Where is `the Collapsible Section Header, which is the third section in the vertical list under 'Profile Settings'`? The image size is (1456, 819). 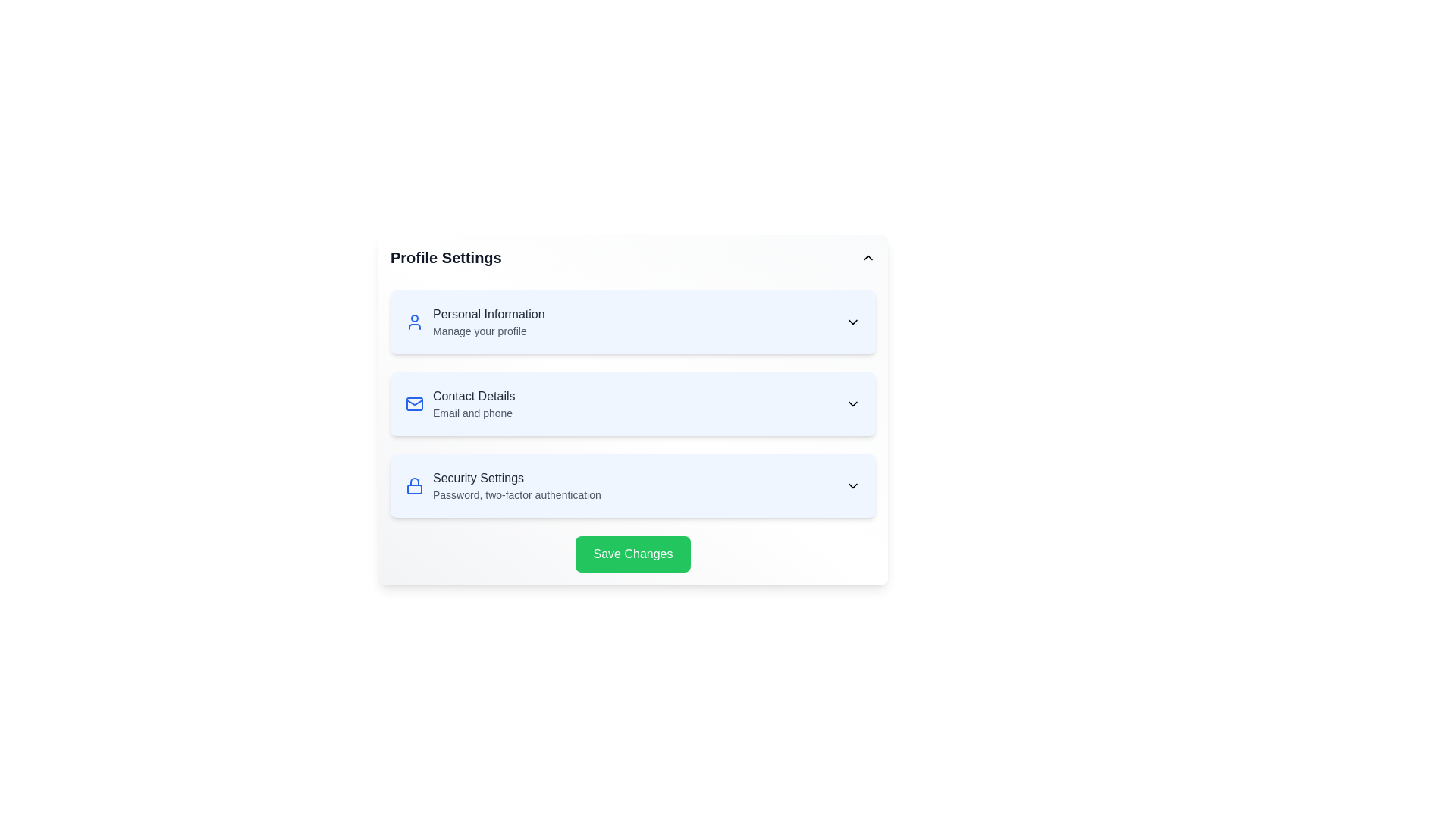 the Collapsible Section Header, which is the third section in the vertical list under 'Profile Settings' is located at coordinates (633, 485).